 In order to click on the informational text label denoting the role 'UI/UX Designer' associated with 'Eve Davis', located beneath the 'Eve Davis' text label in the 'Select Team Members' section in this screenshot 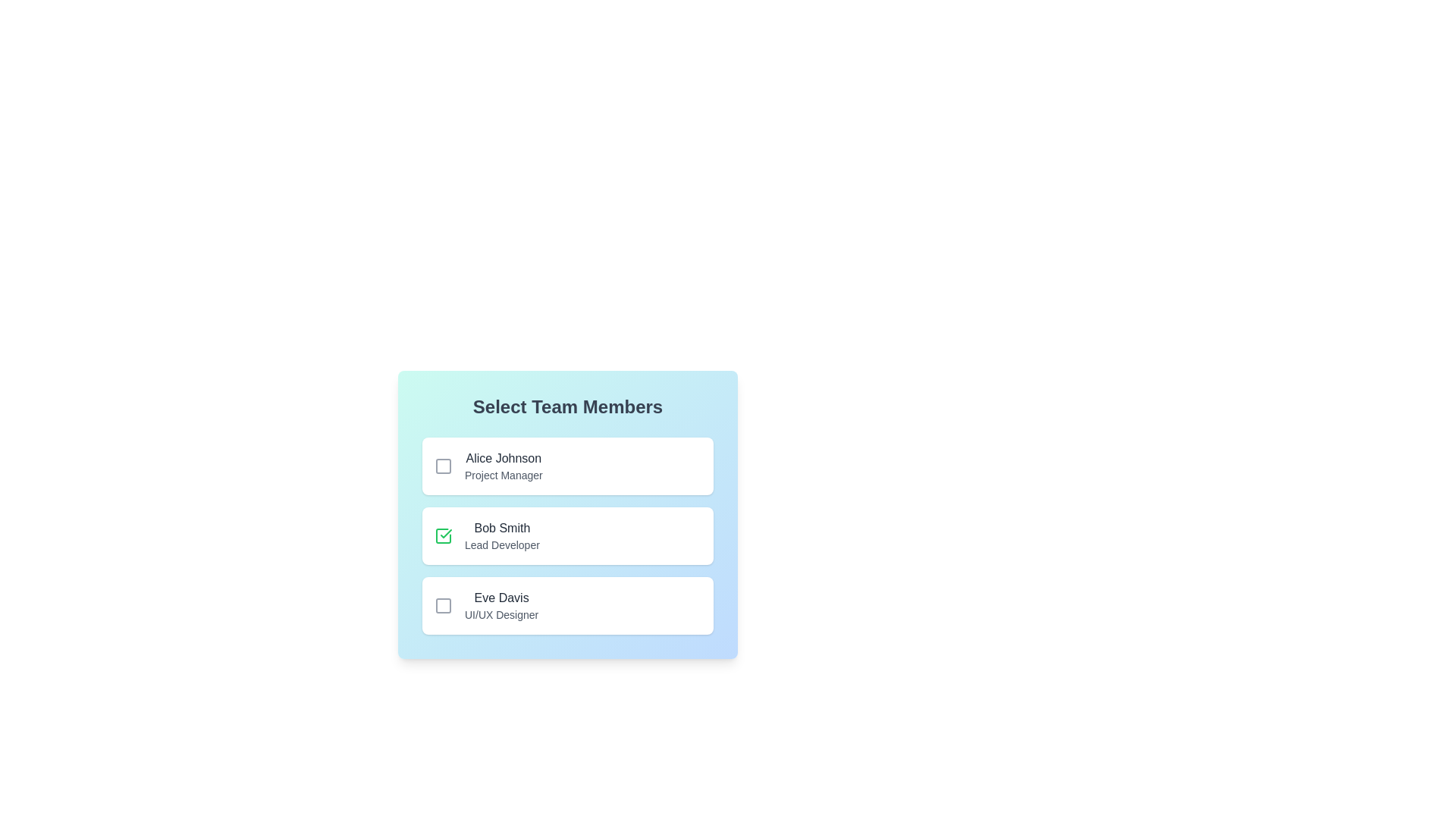, I will do `click(501, 614)`.